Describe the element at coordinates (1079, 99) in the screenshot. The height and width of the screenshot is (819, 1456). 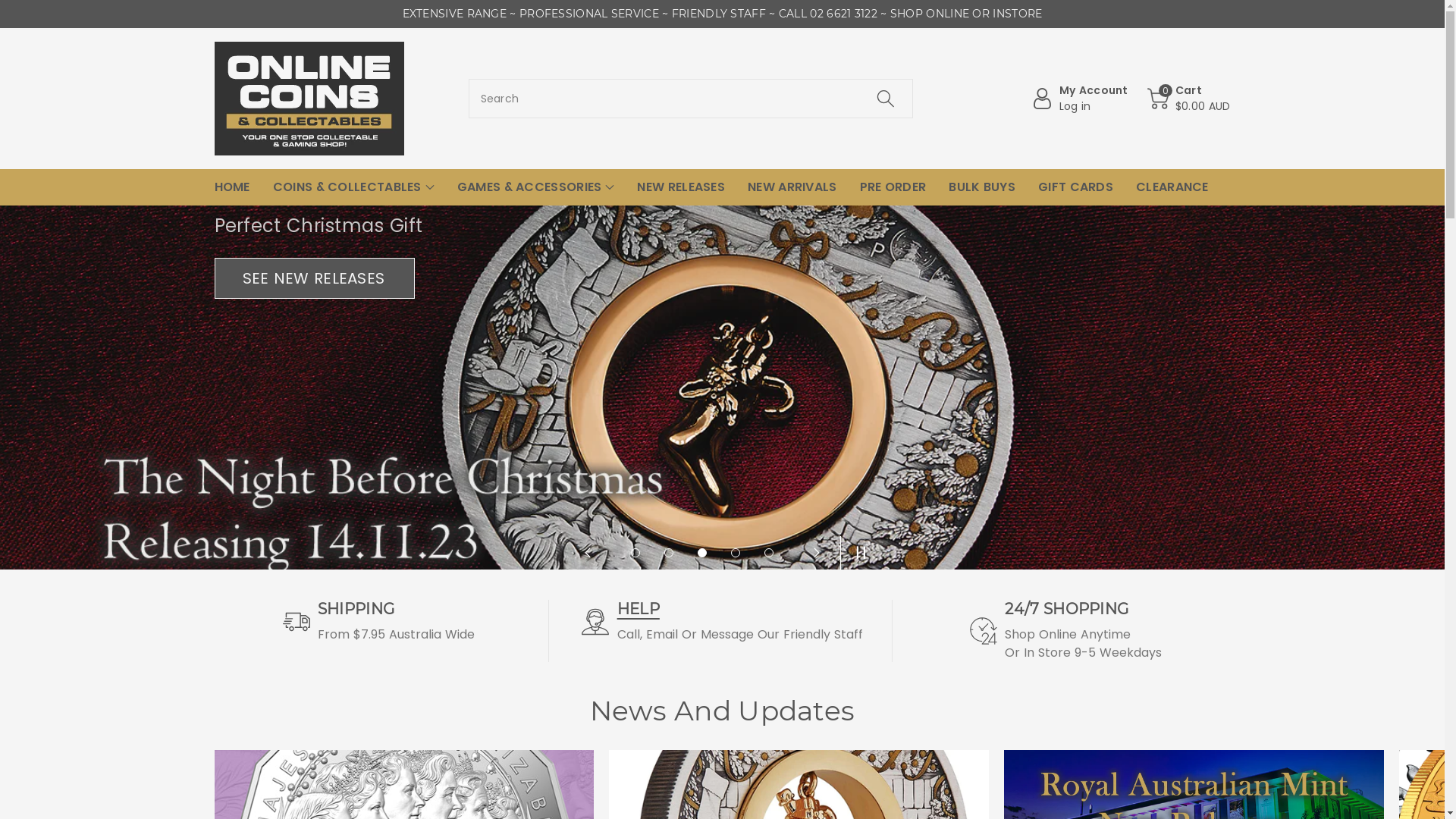
I see `'My Account` at that location.